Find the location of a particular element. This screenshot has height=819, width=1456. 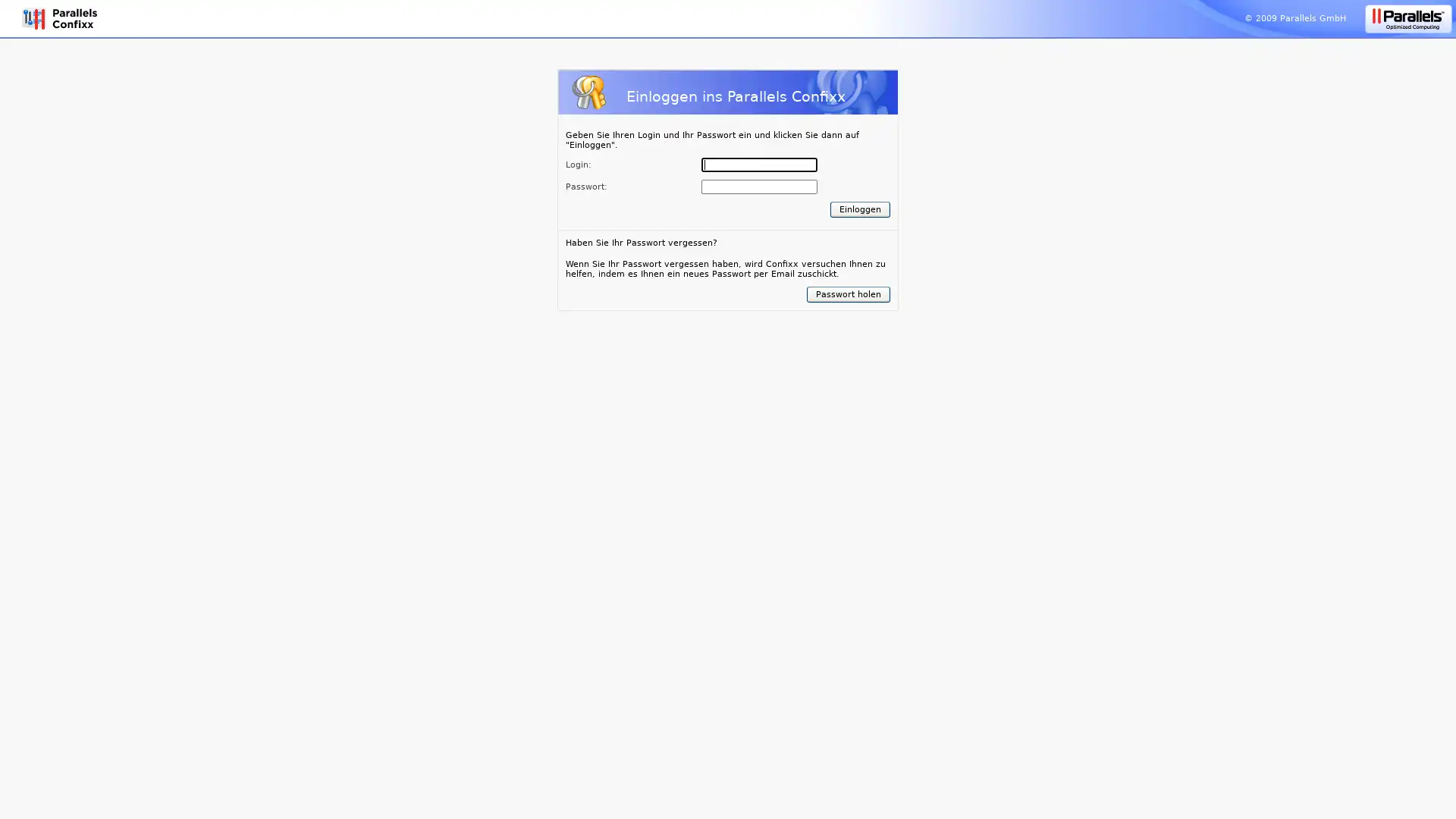

Submit is located at coordinates (833, 209).